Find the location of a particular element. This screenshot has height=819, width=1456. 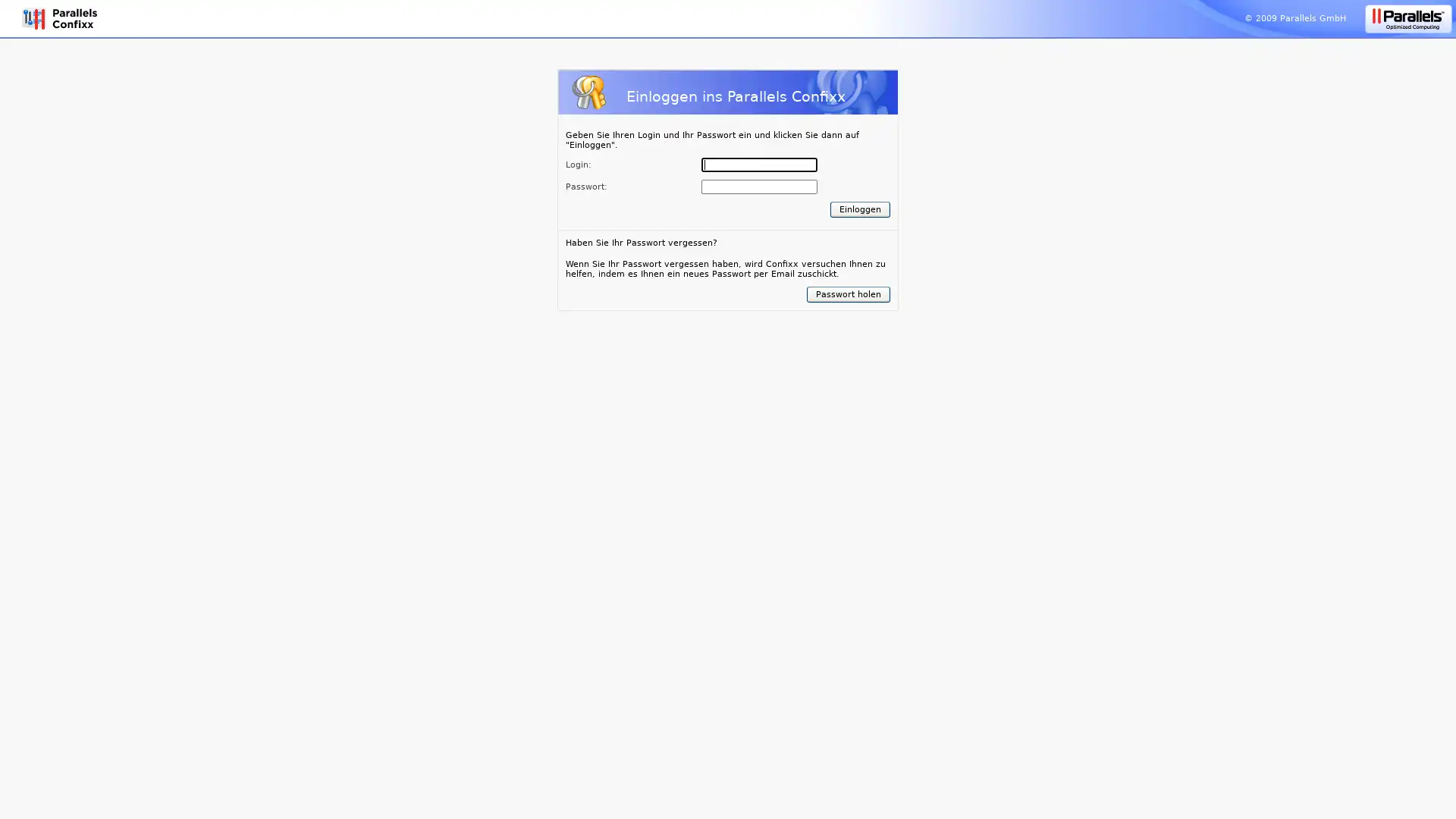

Submit is located at coordinates (833, 209).